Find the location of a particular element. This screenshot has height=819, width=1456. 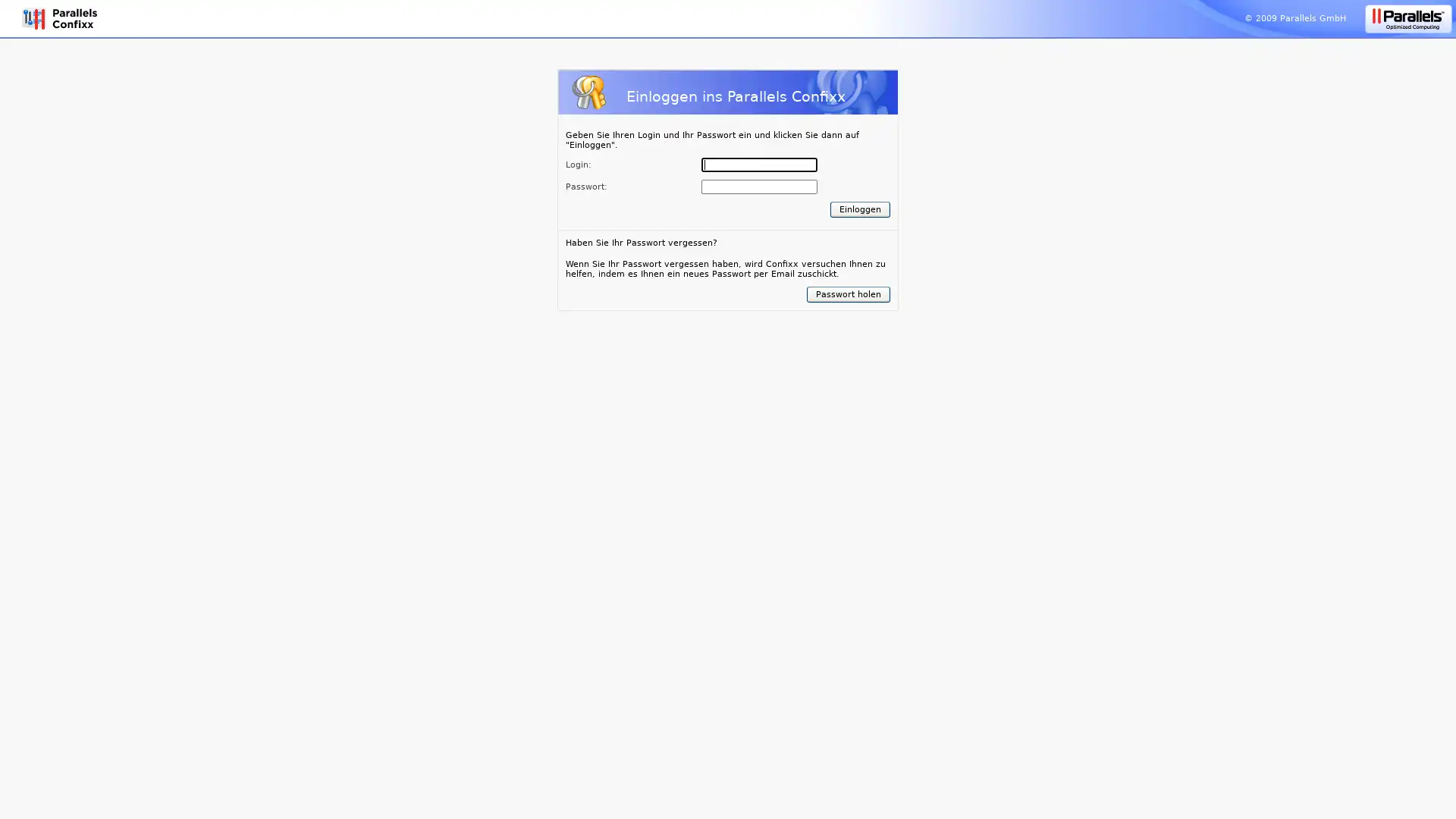

Submit is located at coordinates (833, 209).